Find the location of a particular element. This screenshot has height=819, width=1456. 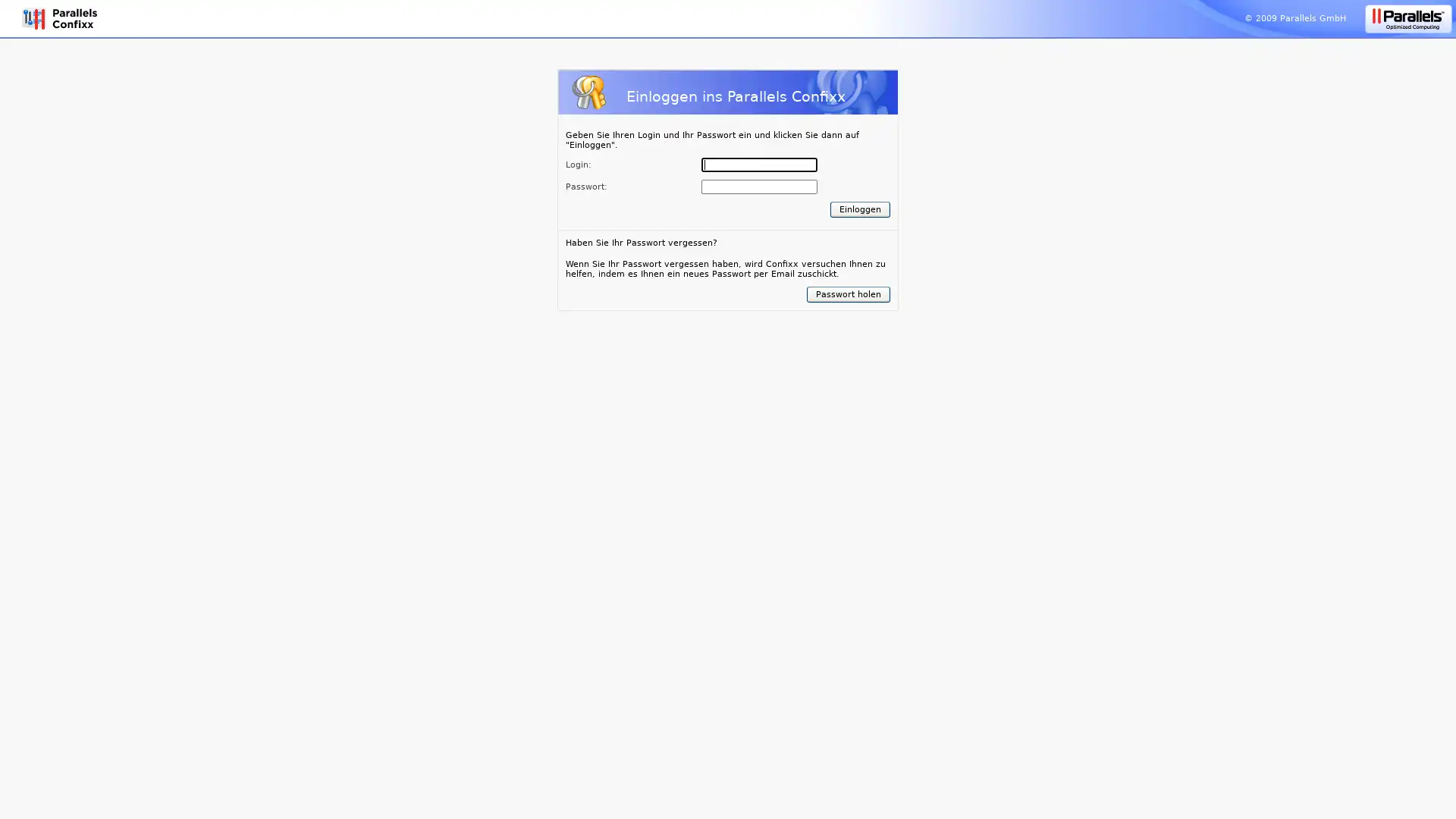

Submit is located at coordinates (833, 209).